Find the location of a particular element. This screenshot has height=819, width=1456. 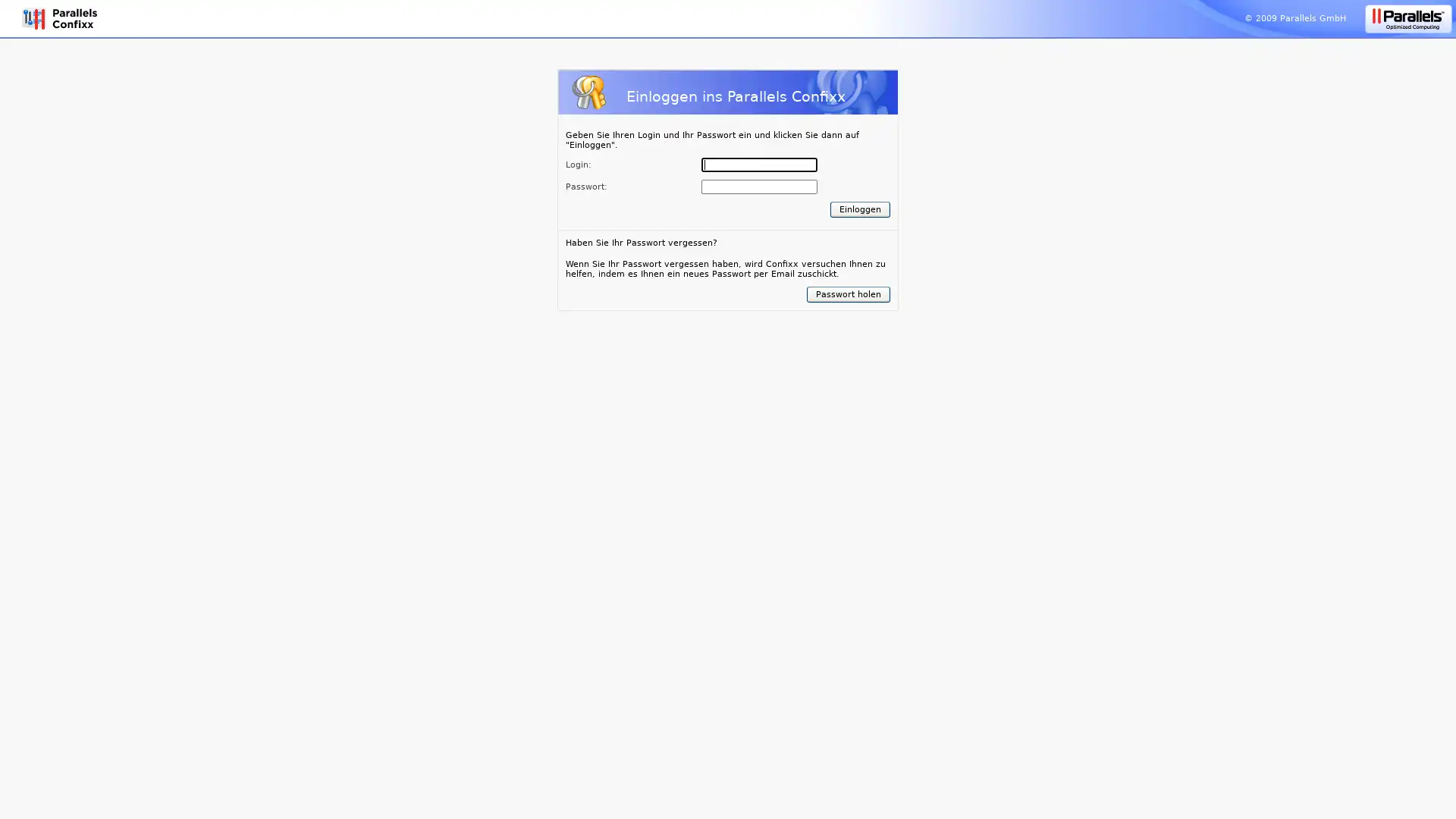

Submit is located at coordinates (833, 209).